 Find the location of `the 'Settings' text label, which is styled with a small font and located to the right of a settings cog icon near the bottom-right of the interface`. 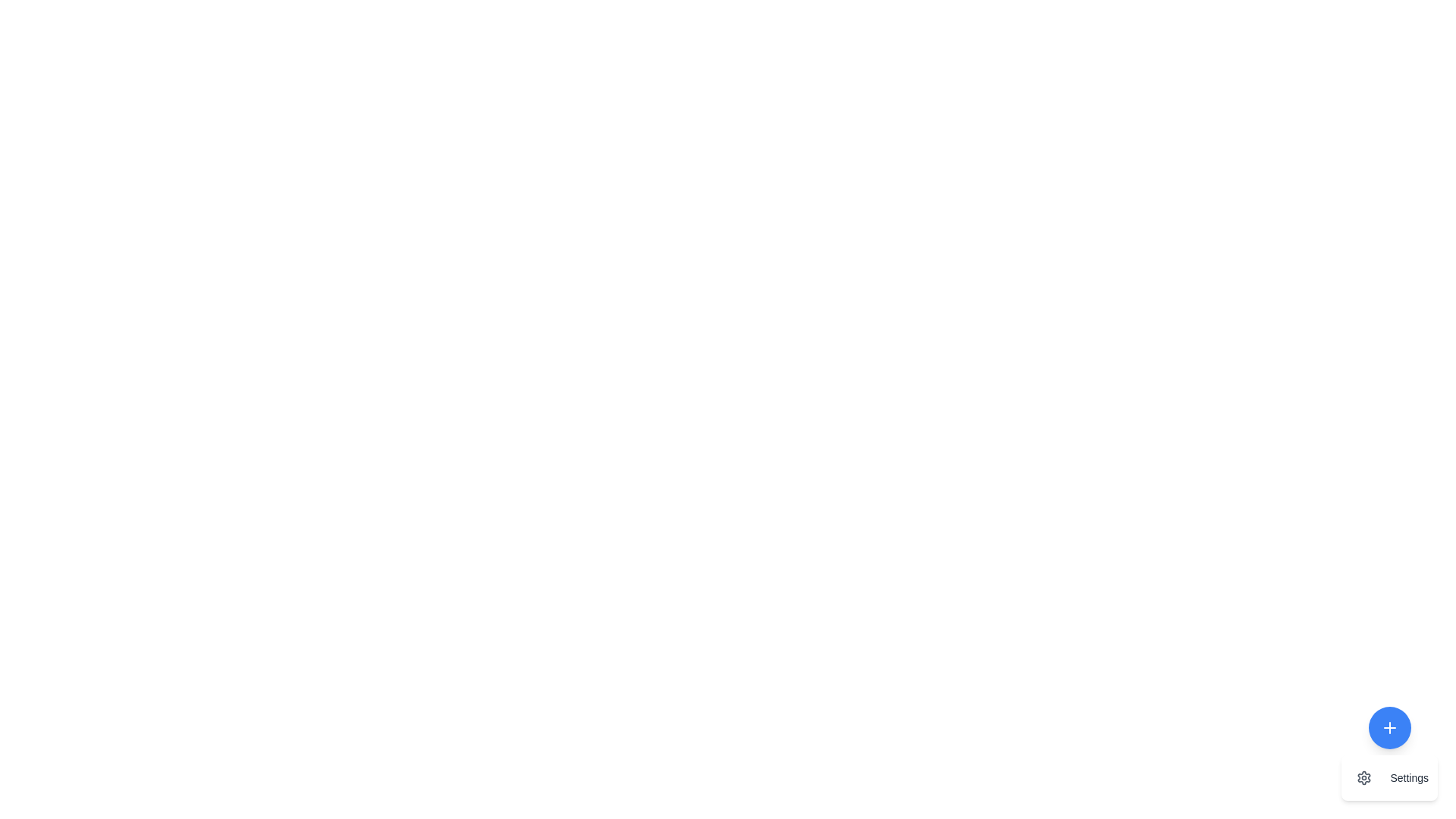

the 'Settings' text label, which is styled with a small font and located to the right of a settings cog icon near the bottom-right of the interface is located at coordinates (1408, 778).